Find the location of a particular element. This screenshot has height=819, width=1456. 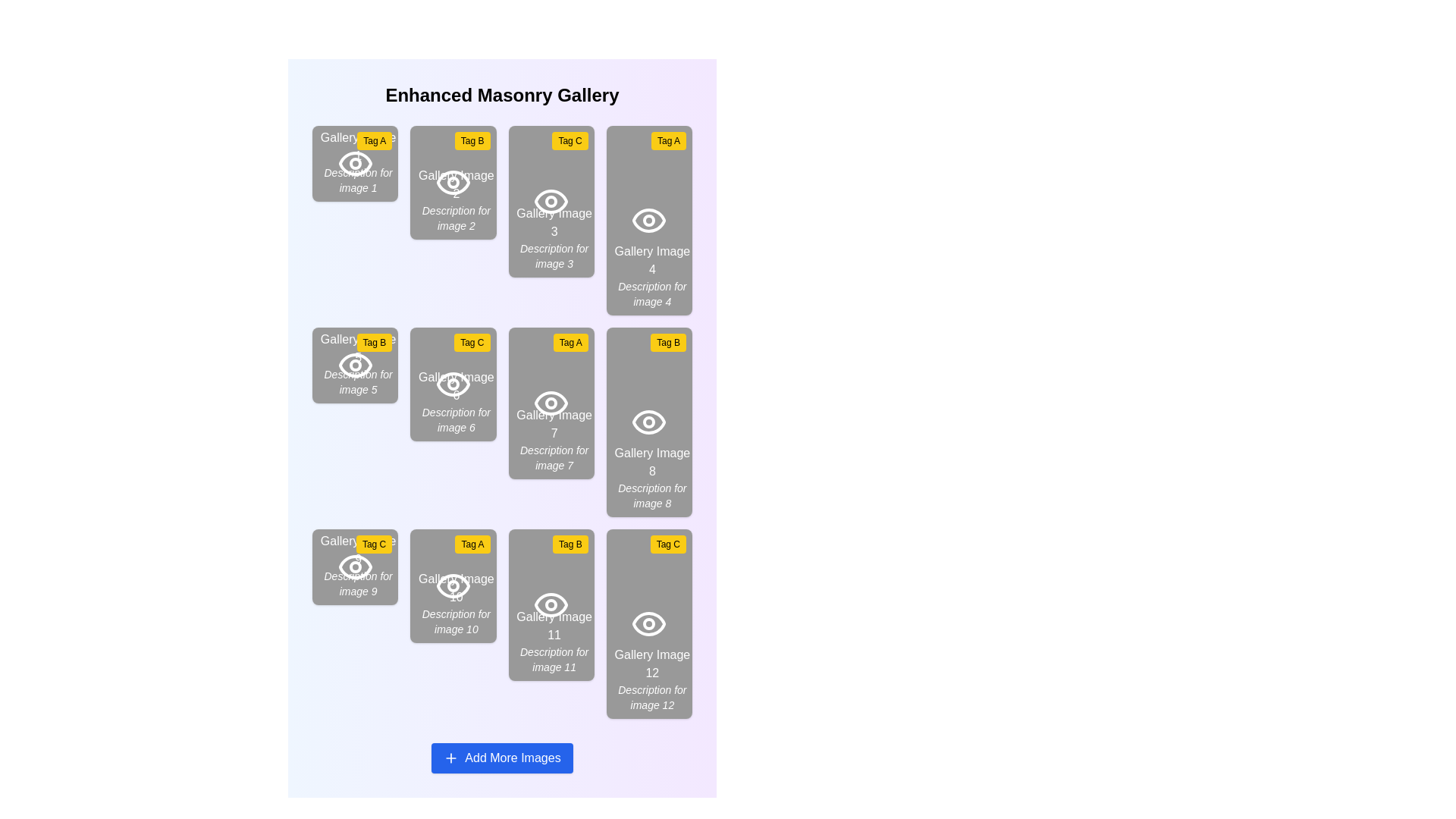

the outer boundary of the eye icon in the gallery thumbnail for 'Gallery Image 11' is located at coordinates (551, 604).